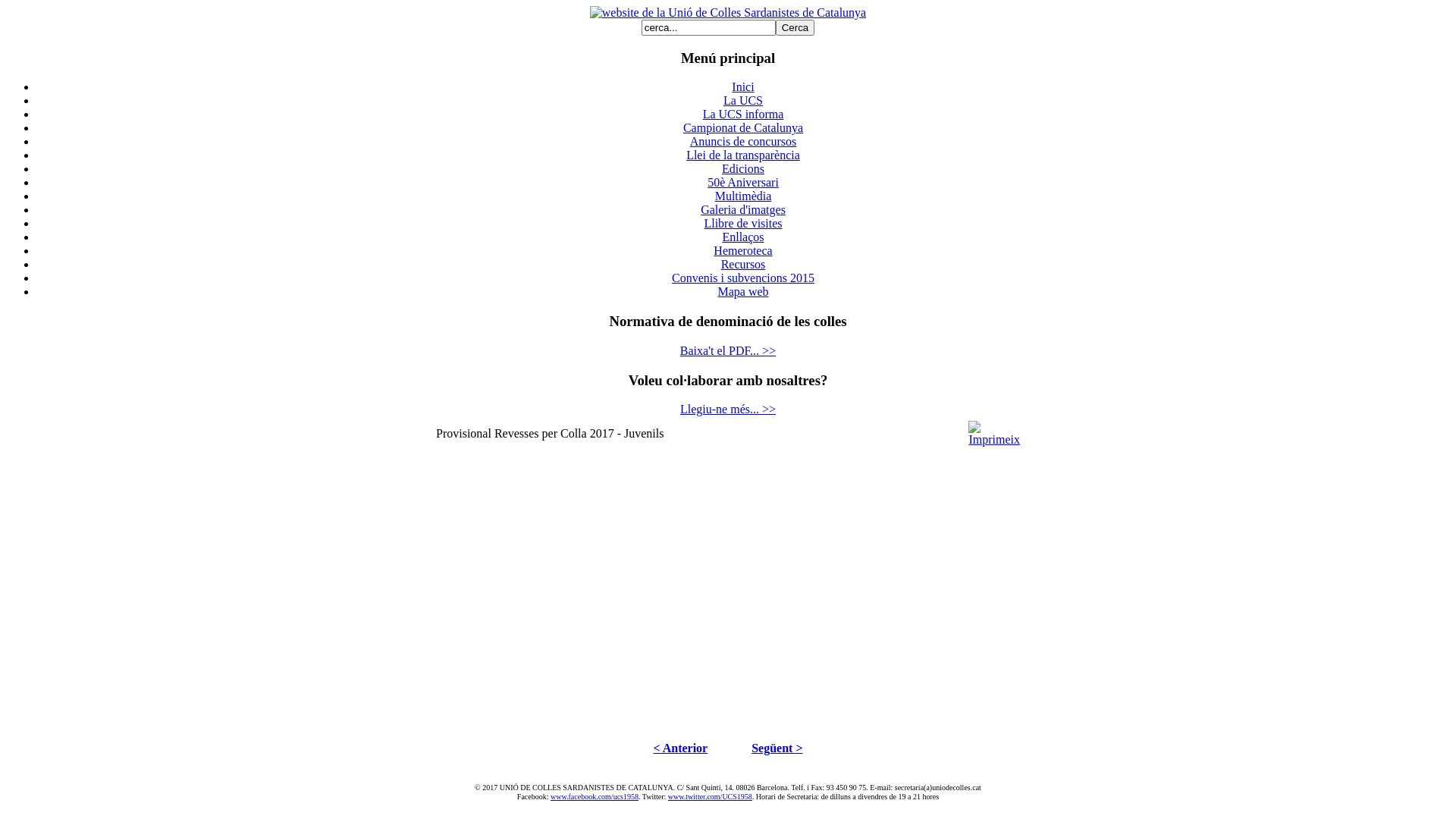 The image size is (1456, 819). I want to click on 'Anuncis de concursos', so click(742, 141).